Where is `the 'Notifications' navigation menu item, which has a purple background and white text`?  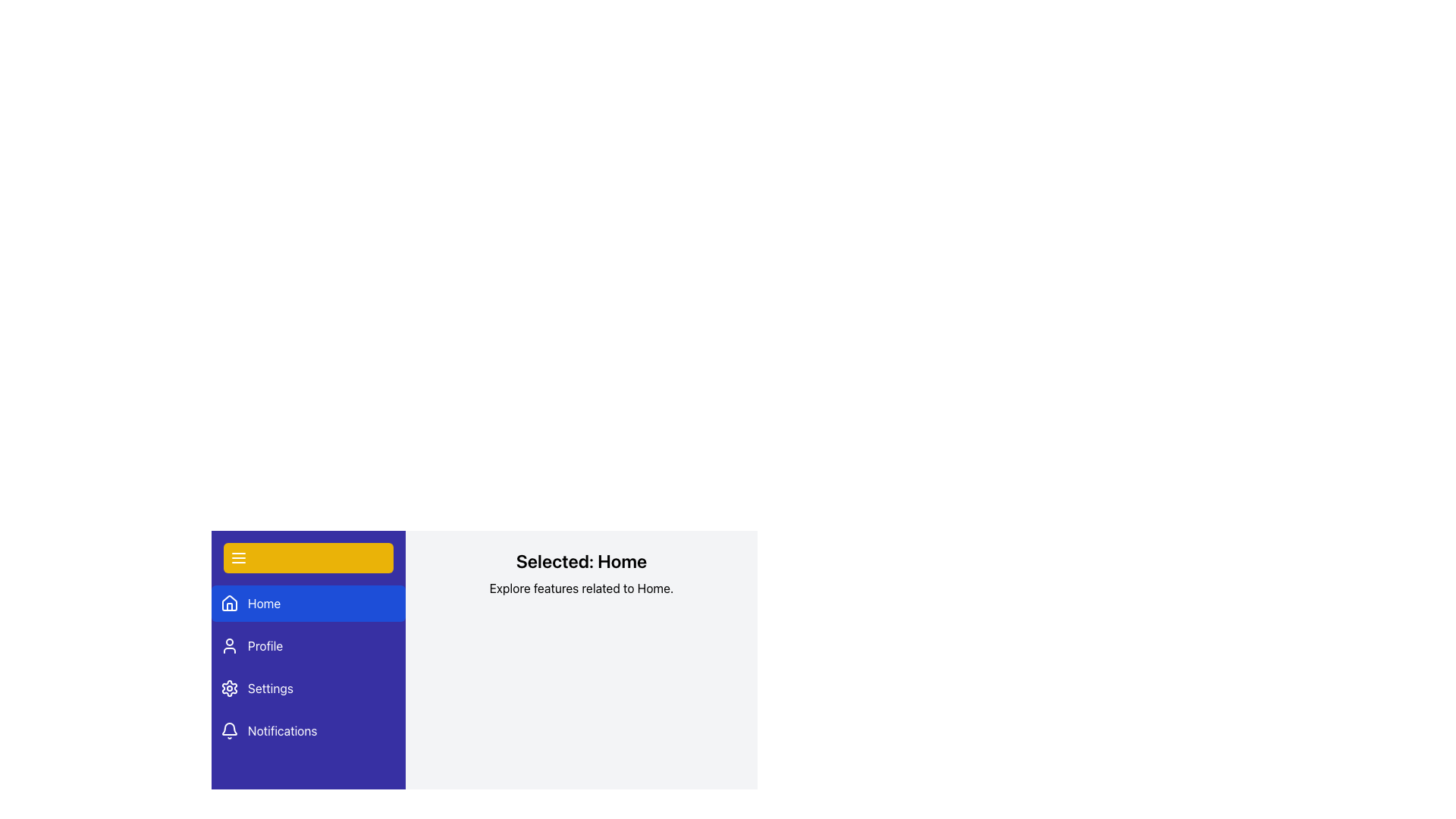
the 'Notifications' navigation menu item, which has a purple background and white text is located at coordinates (308, 730).